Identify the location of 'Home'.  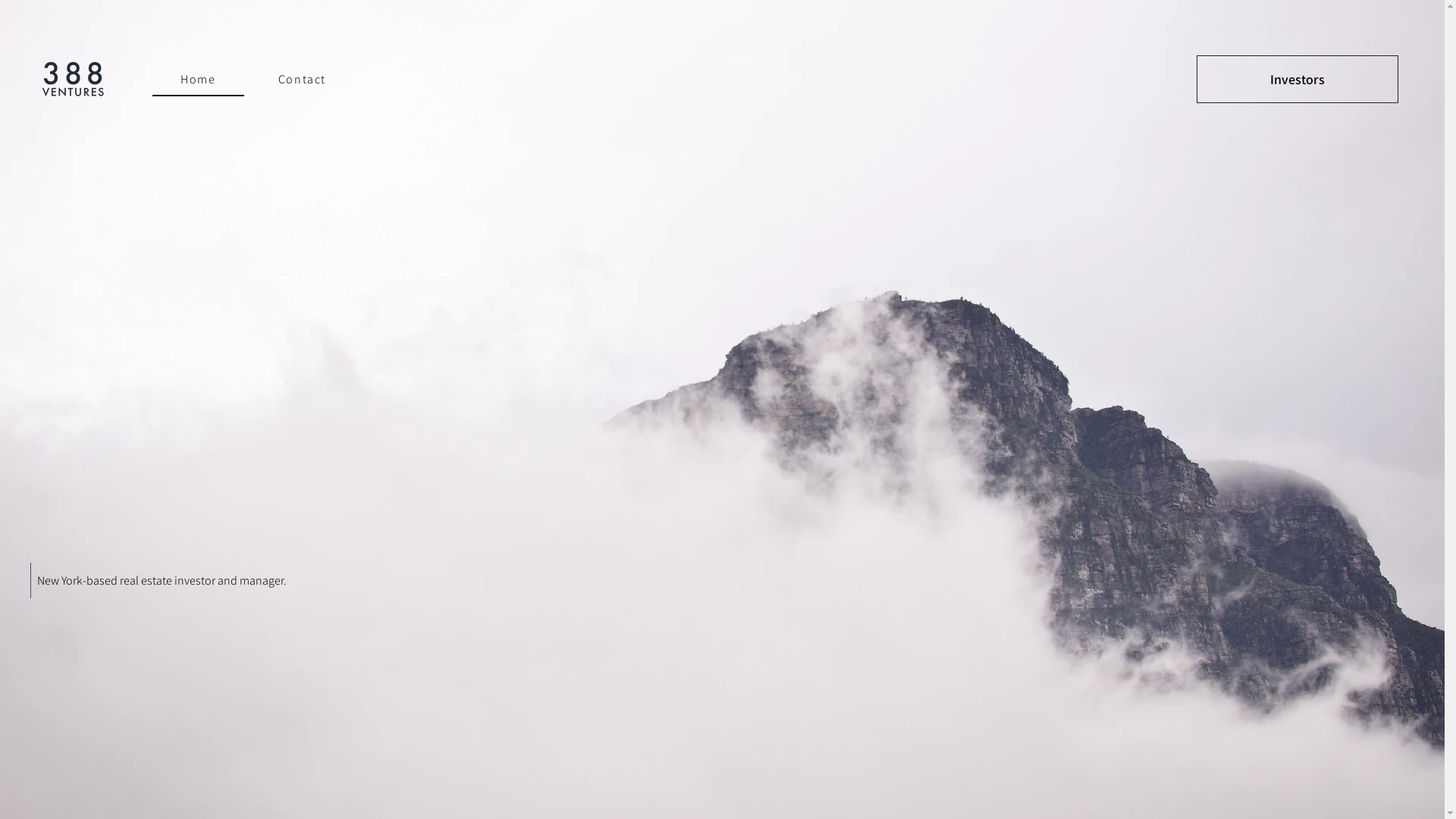
(197, 80).